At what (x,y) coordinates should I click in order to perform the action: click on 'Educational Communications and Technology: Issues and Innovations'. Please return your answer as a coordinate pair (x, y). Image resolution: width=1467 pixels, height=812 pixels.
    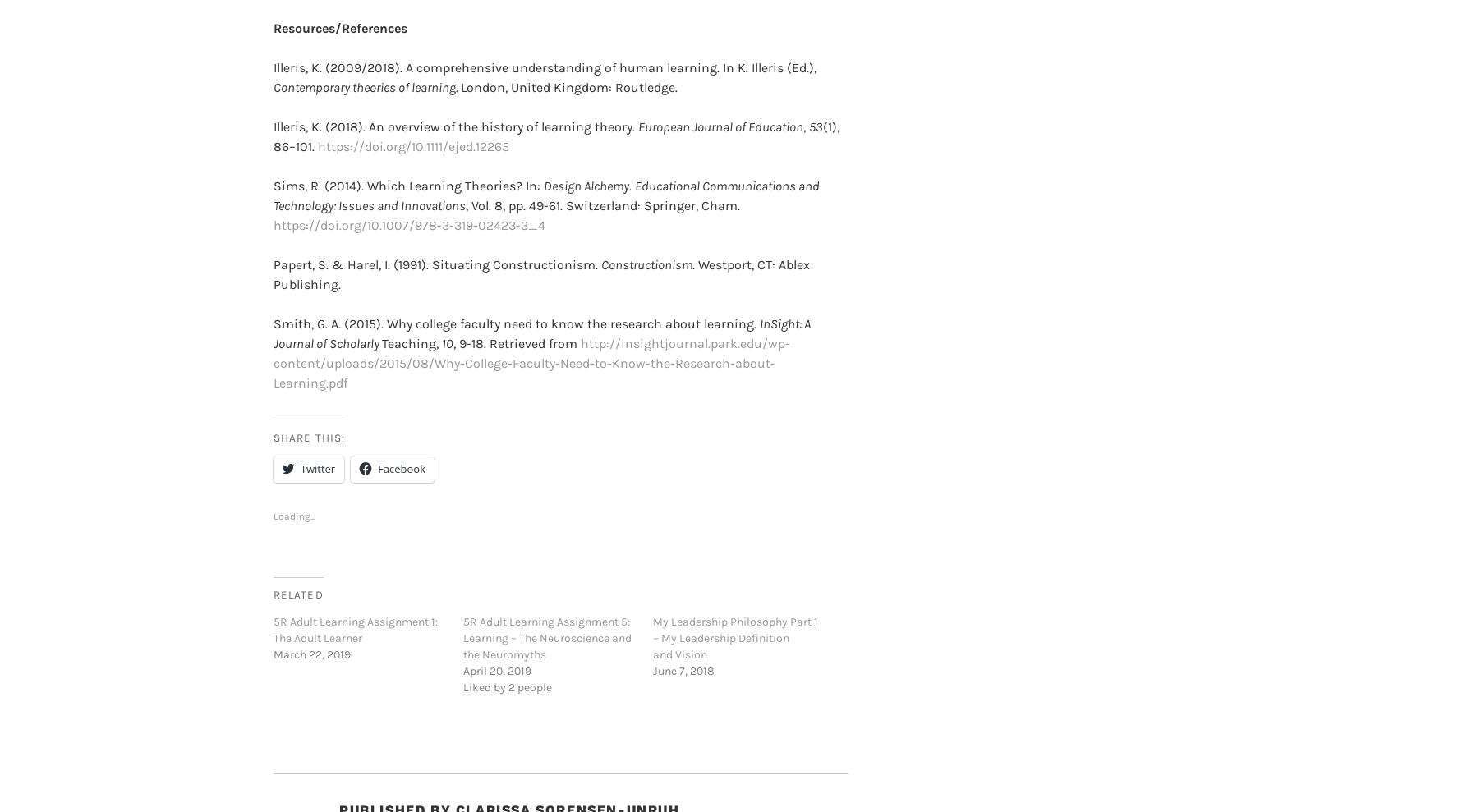
    Looking at the image, I should click on (546, 169).